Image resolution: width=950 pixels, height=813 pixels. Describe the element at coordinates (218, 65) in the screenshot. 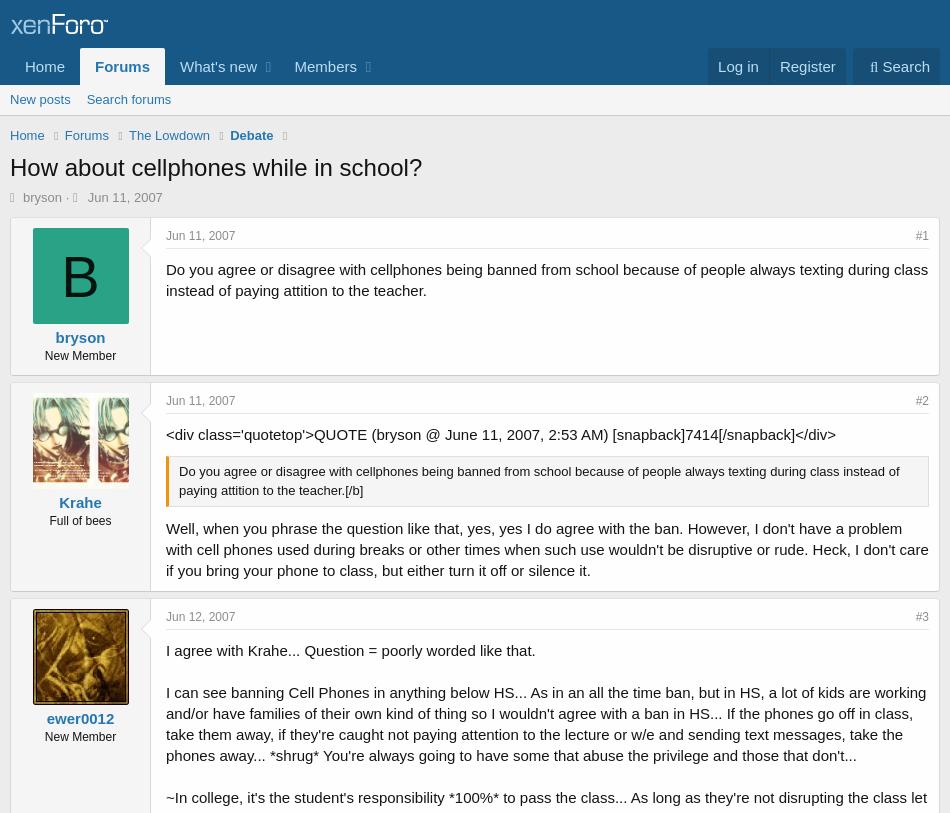

I see `'What's new'` at that location.